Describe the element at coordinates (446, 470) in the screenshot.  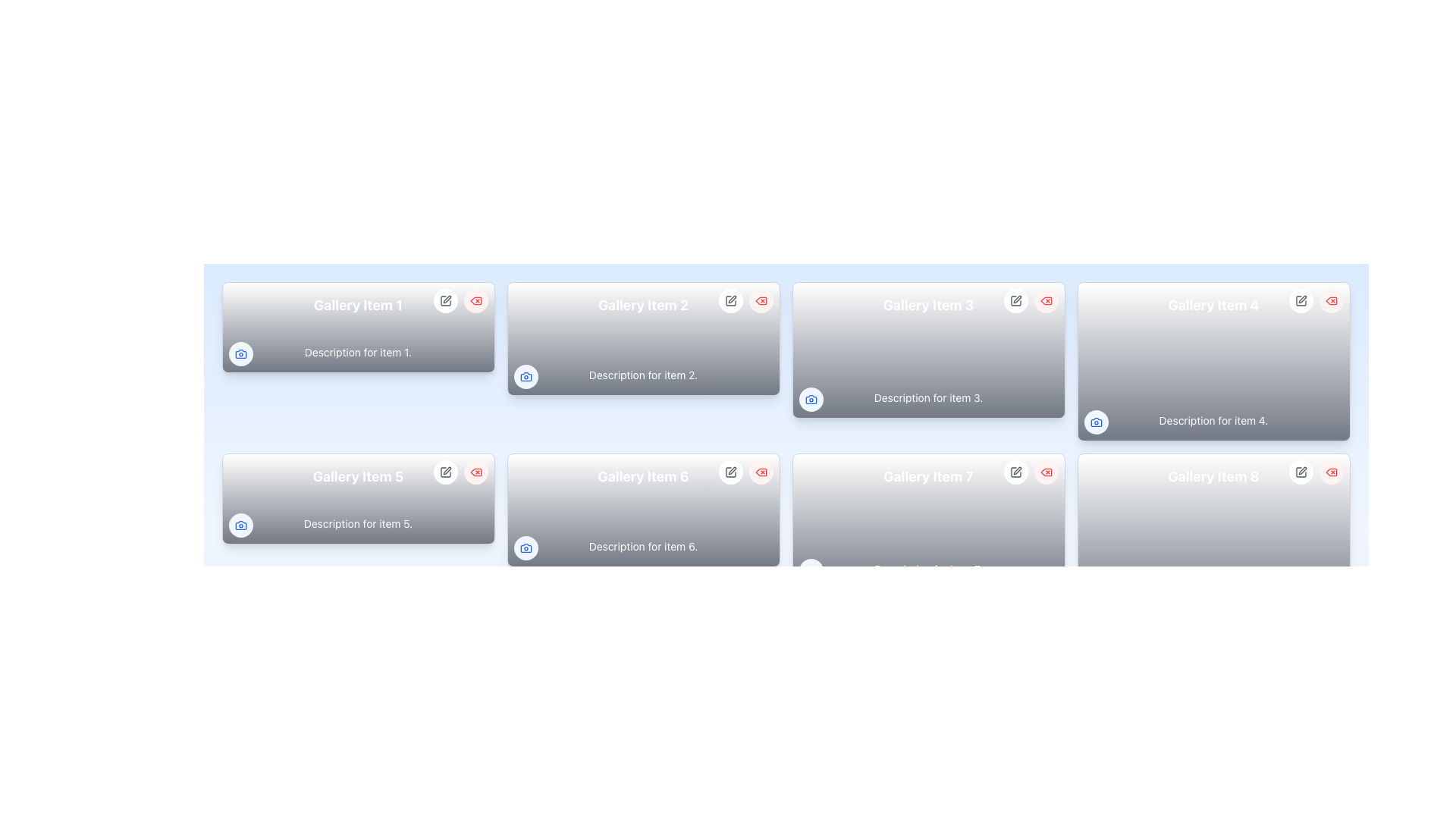
I see `the edit pen icon located at the top-right corner of the card labeled 'Gallery Item 5'` at that location.